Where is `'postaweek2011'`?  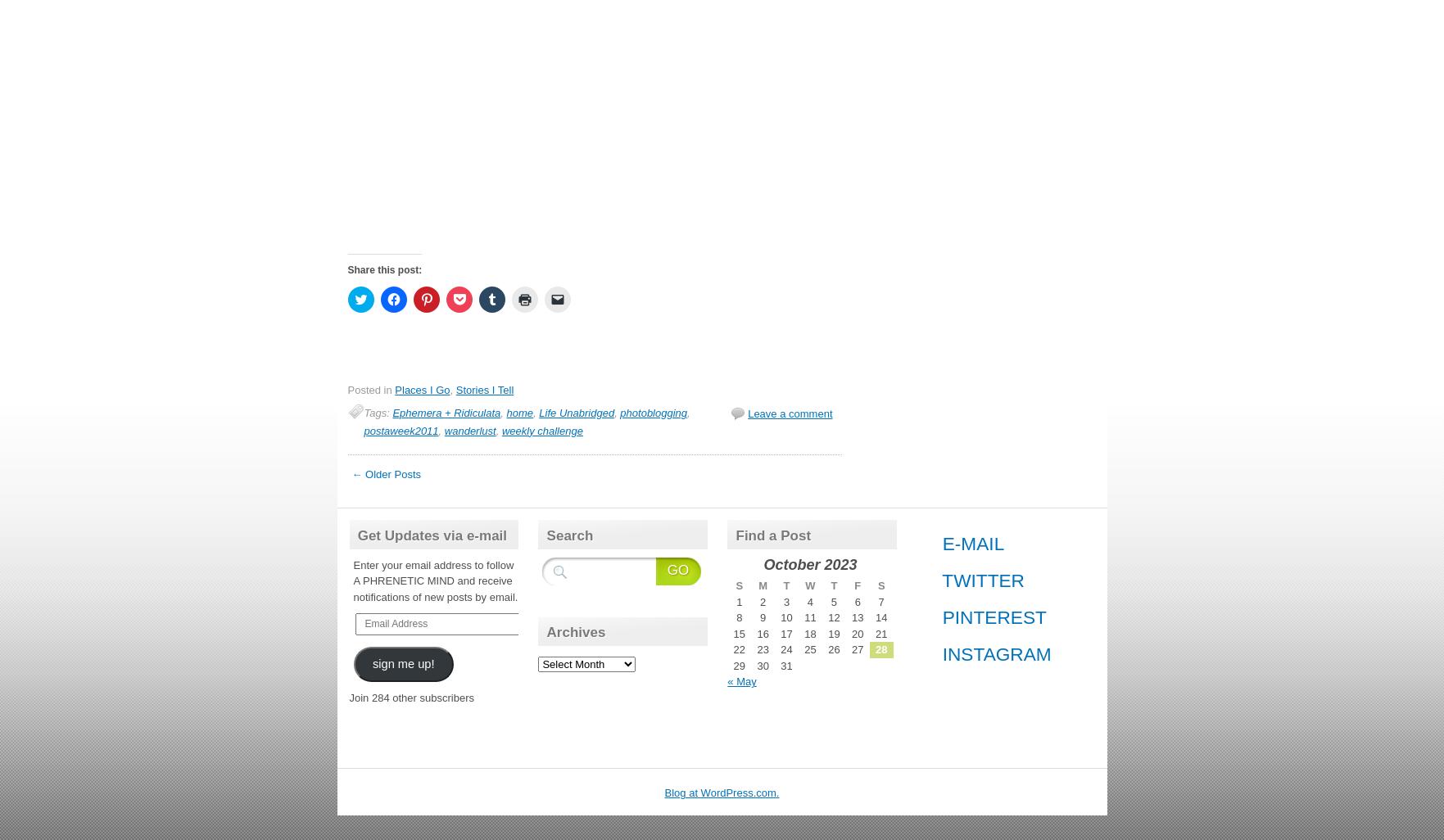
'postaweek2011' is located at coordinates (401, 430).